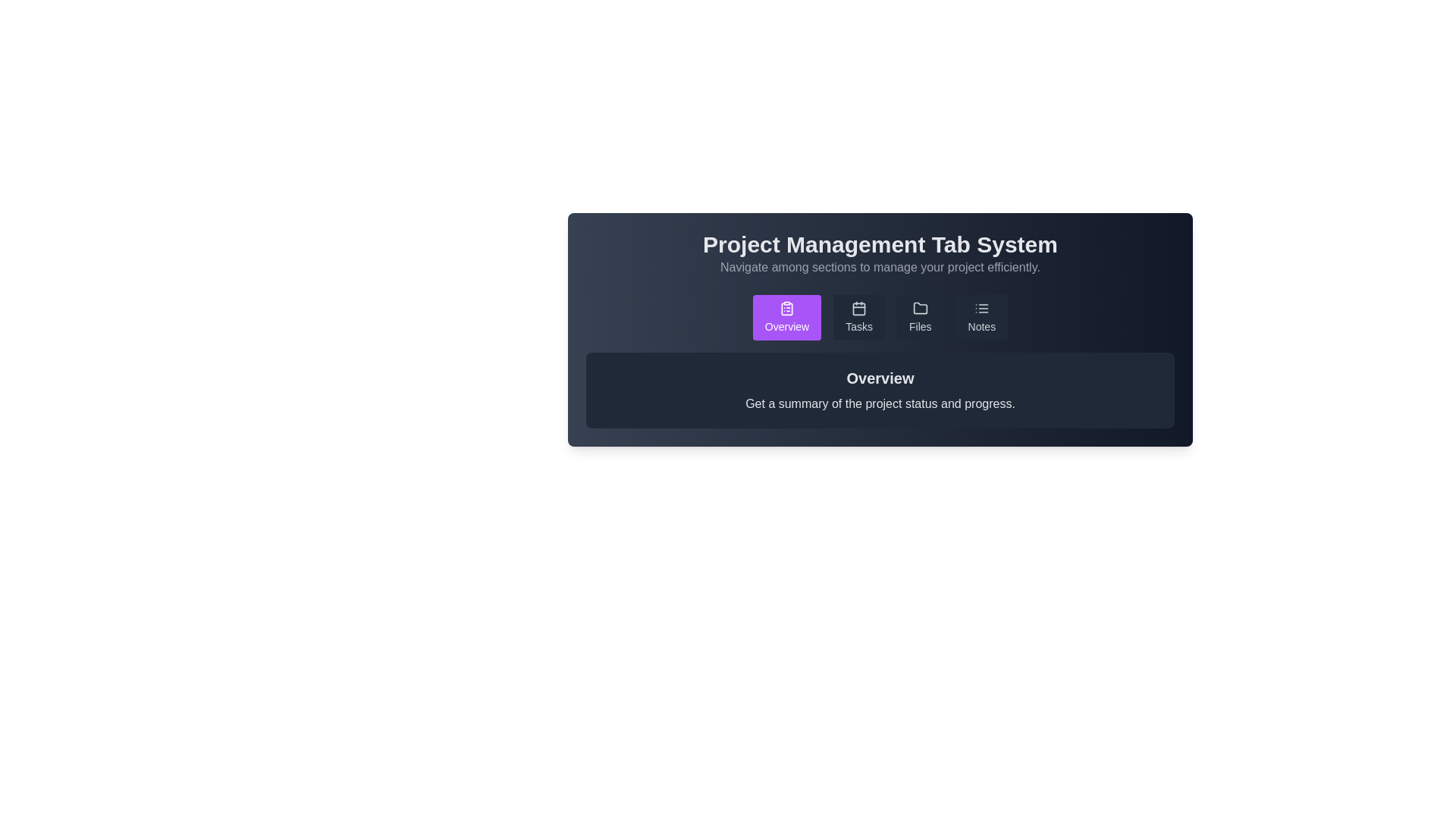 The image size is (1456, 819). Describe the element at coordinates (981, 317) in the screenshot. I see `the Notes tab by clicking on its button` at that location.